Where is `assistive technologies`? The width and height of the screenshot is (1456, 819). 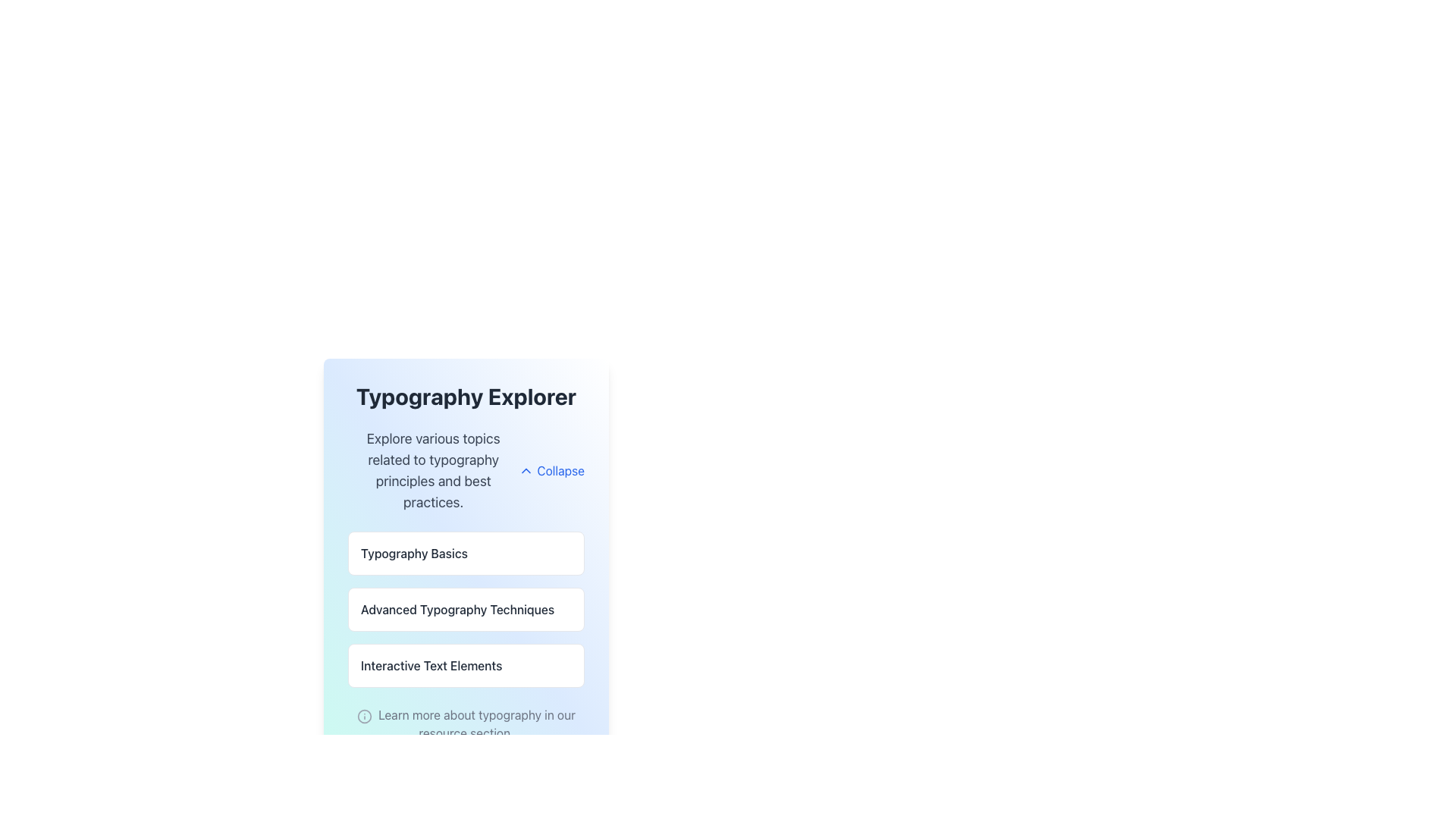 assistive technologies is located at coordinates (457, 608).